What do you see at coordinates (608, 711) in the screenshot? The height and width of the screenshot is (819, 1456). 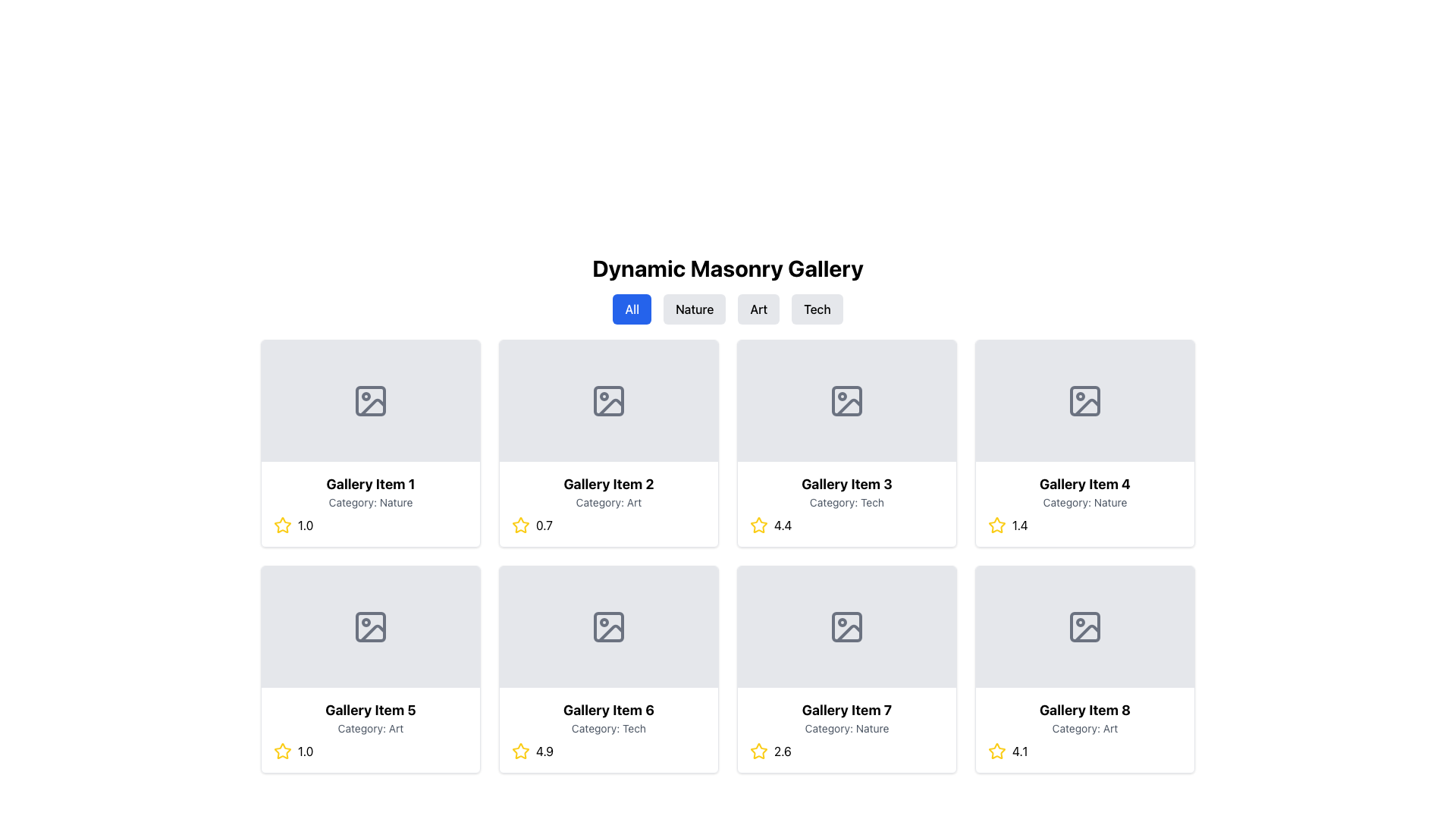 I see `text of the bold, black label displaying 'Gallery Item 6' which is located within a card-like UI component in the grid layout` at bounding box center [608, 711].